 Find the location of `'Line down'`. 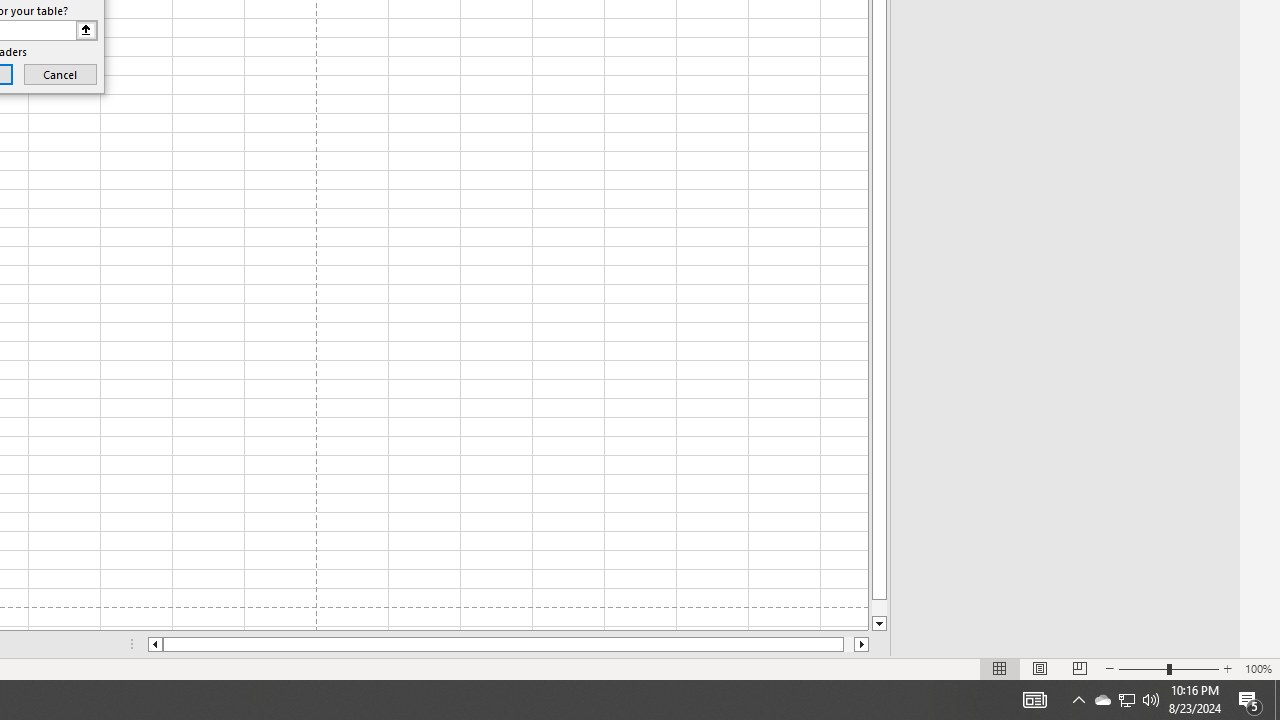

'Line down' is located at coordinates (879, 623).